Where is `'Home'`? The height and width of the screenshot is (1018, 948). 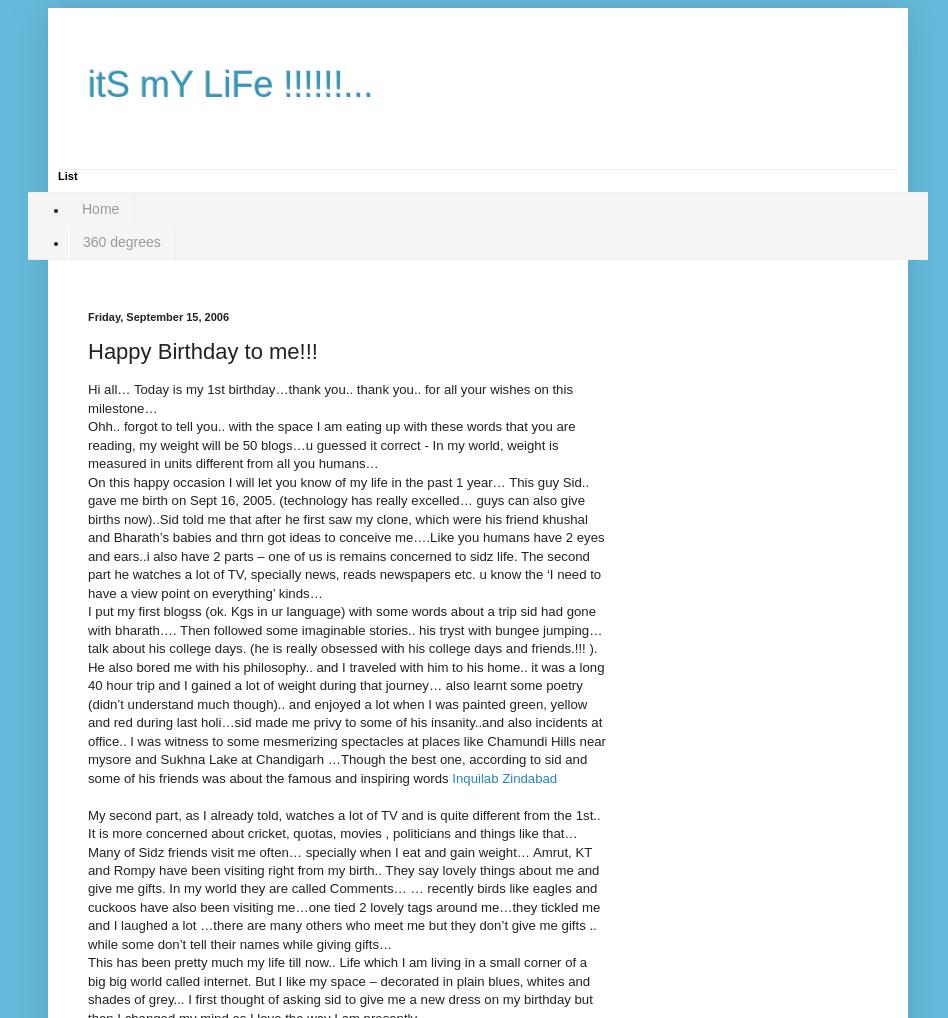
'Home' is located at coordinates (82, 207).